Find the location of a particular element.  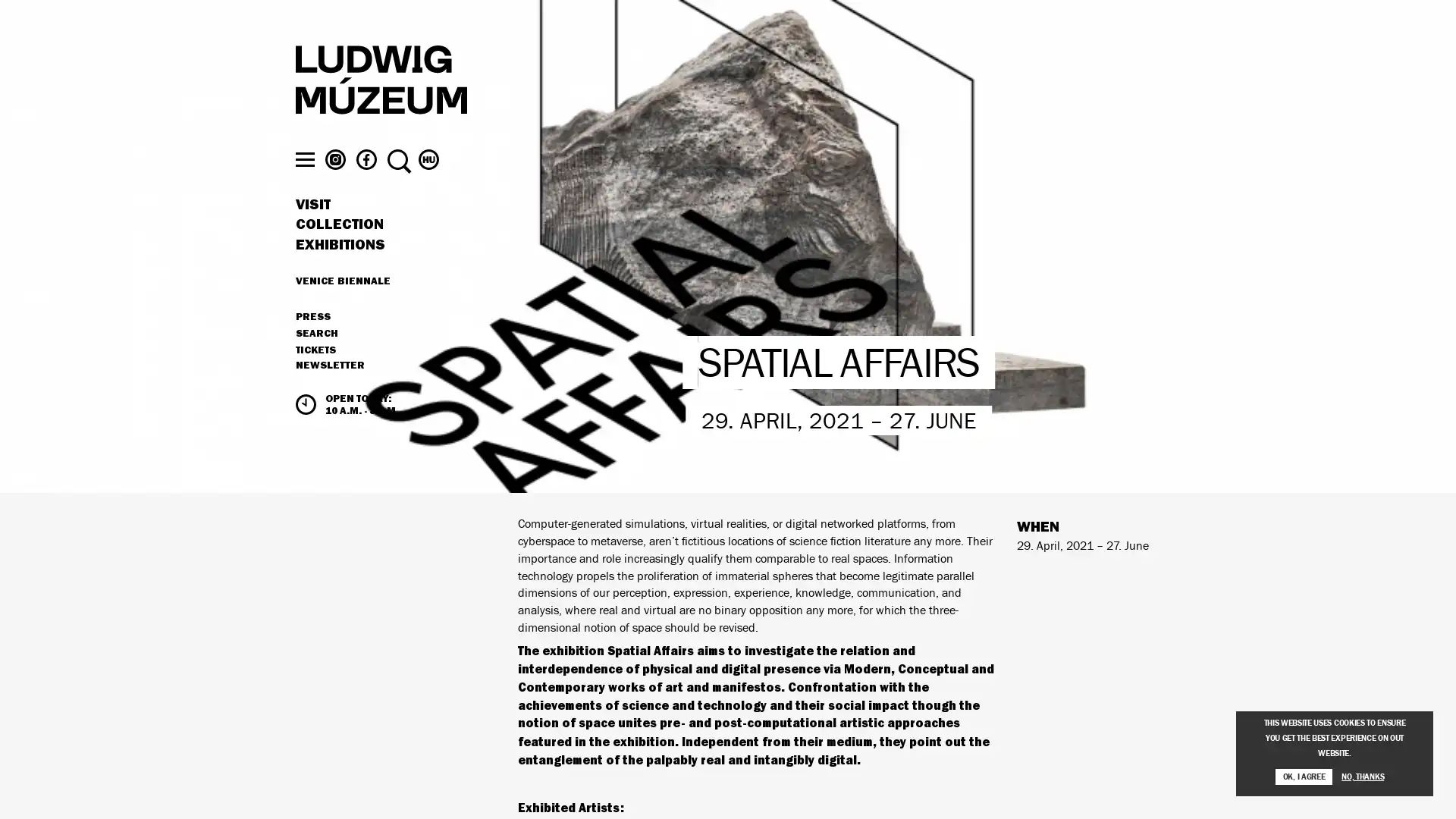

NO, THANKS is located at coordinates (1362, 777).